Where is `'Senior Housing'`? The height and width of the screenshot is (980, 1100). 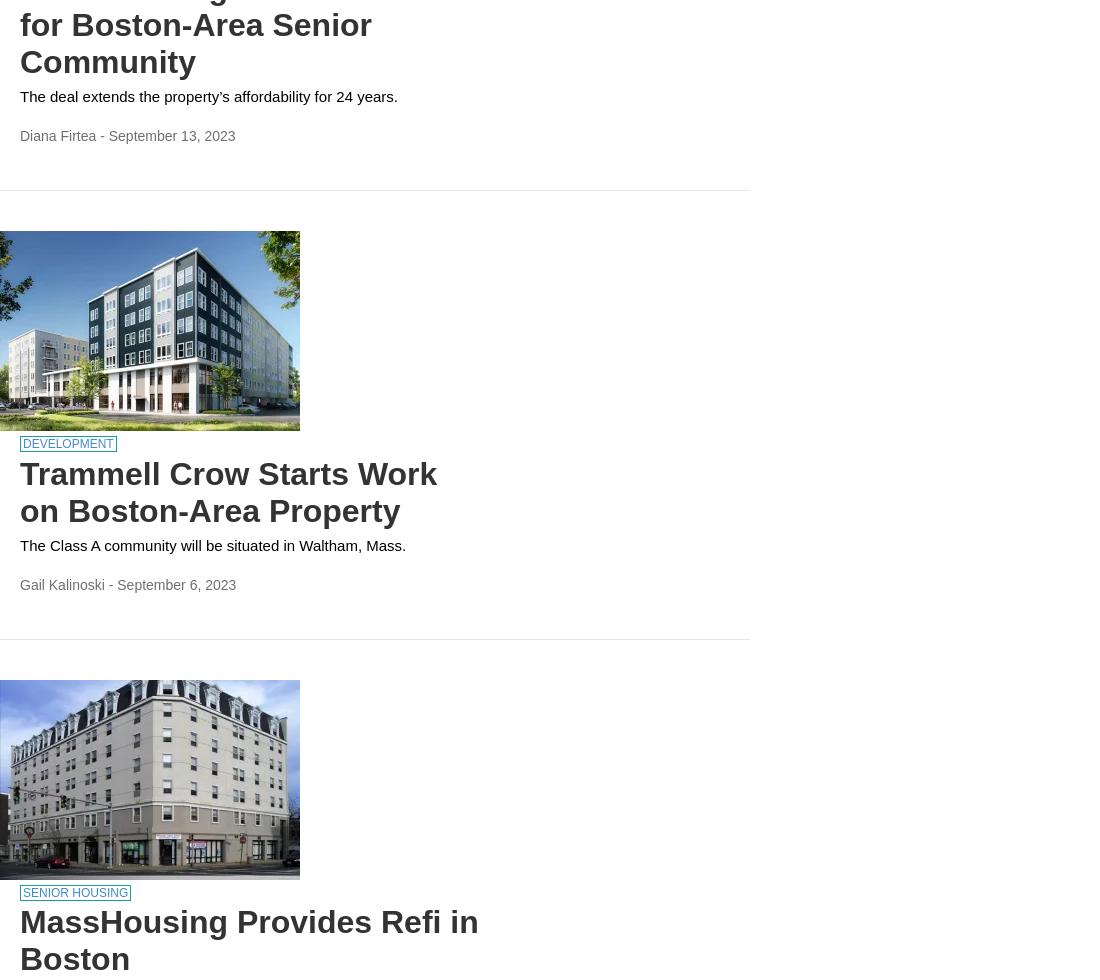 'Senior Housing' is located at coordinates (75, 891).